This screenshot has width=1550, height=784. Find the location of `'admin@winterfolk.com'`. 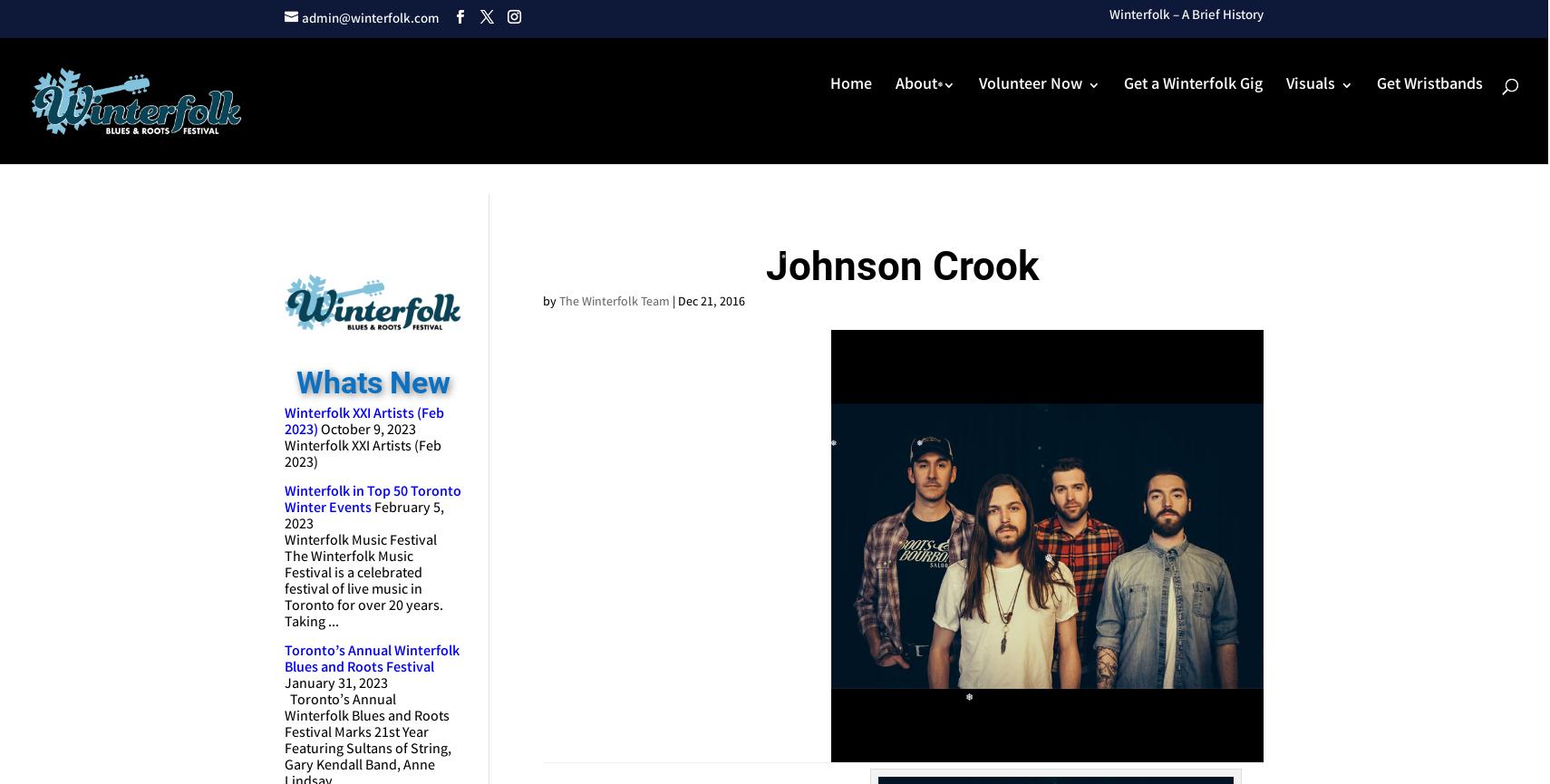

'admin@winterfolk.com' is located at coordinates (370, 19).